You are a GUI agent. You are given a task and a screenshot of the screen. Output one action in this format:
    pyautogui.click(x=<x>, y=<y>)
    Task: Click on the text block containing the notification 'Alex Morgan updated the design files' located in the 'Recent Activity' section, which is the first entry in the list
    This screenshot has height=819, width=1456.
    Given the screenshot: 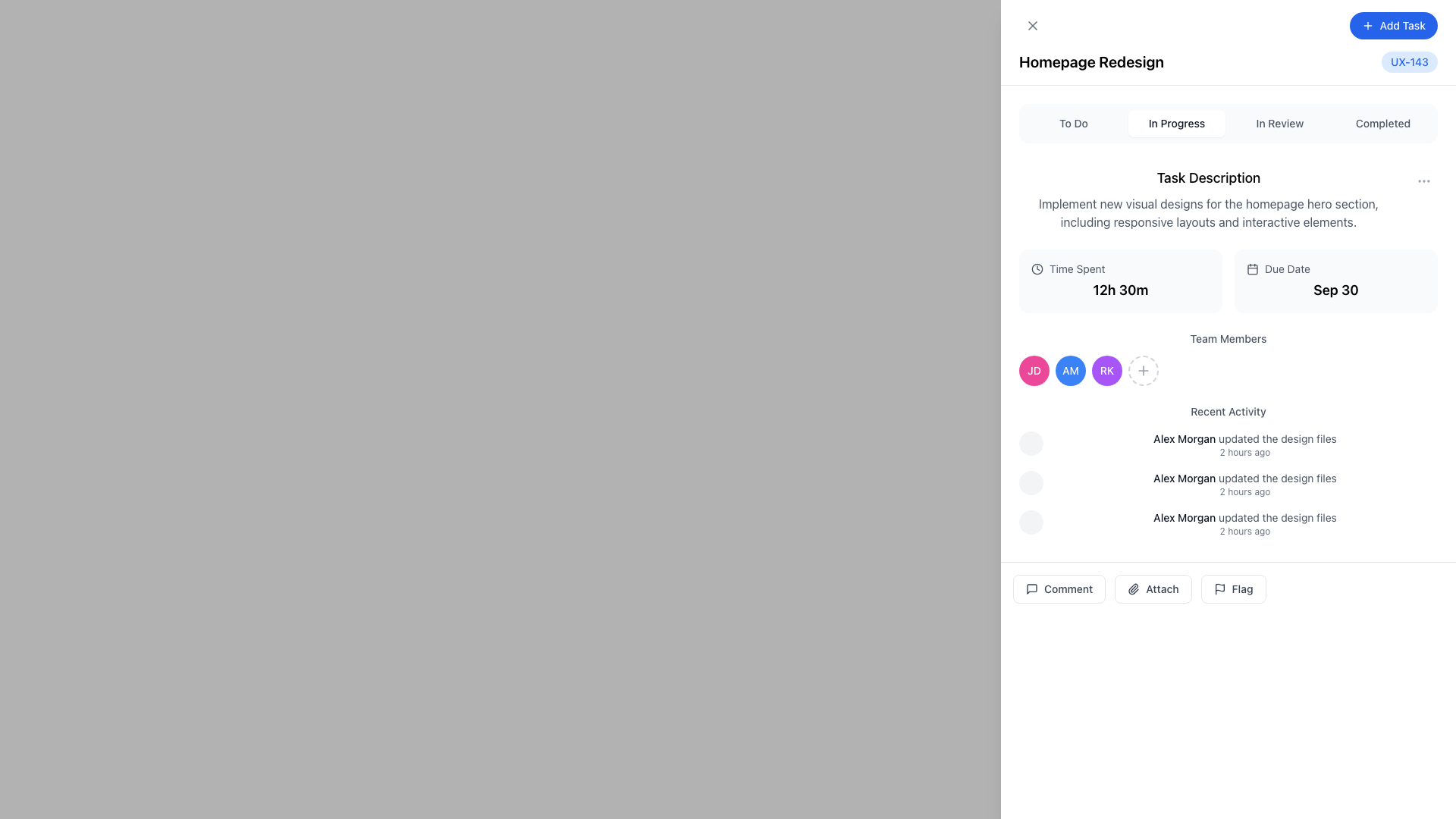 What is the action you would take?
    pyautogui.click(x=1244, y=444)
    